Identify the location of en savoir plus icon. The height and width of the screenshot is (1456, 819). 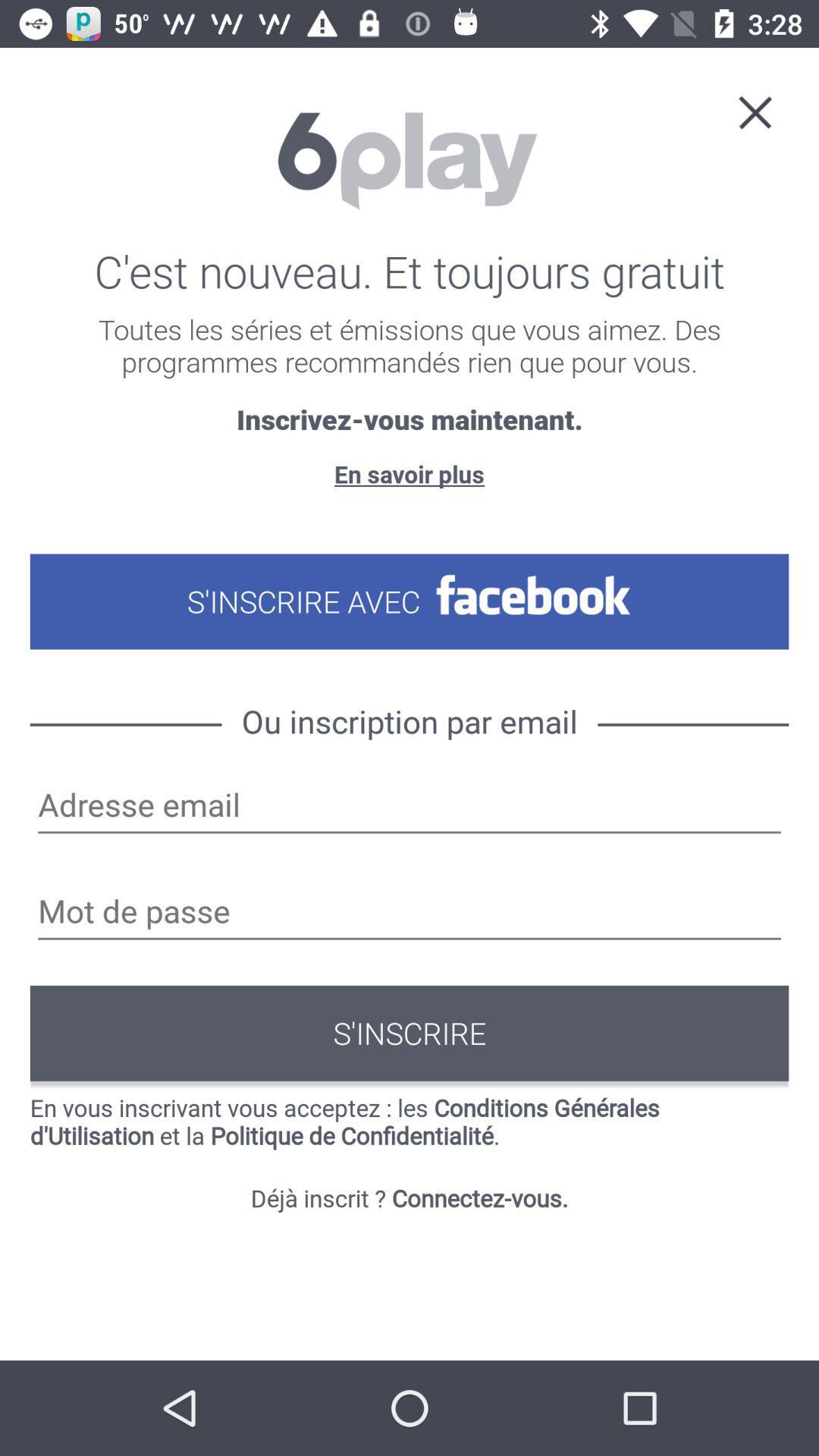
(409, 473).